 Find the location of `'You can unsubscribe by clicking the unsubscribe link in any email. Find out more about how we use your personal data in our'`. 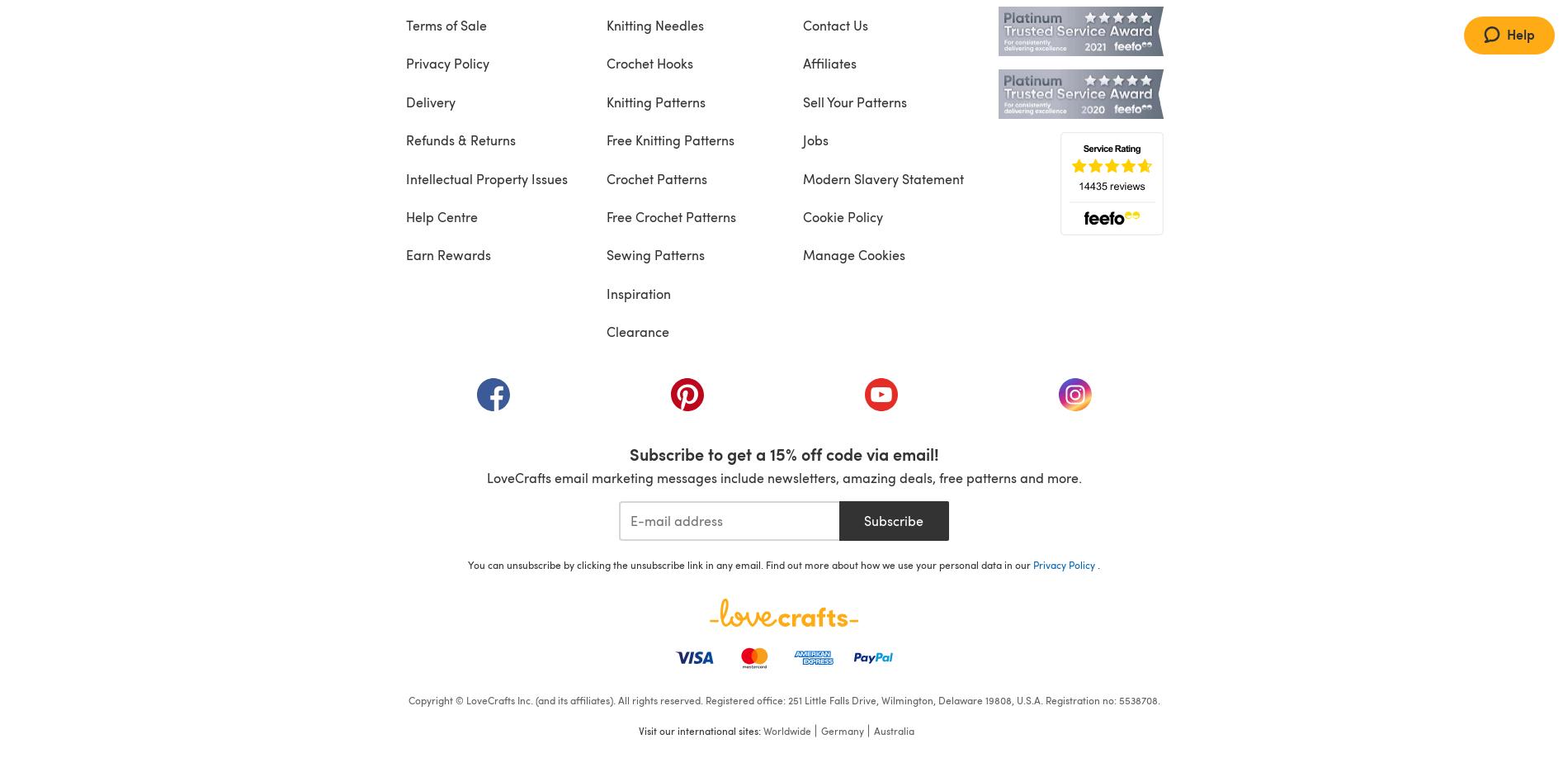

'You can unsubscribe by clicking the unsubscribe link in any email. Find out more about how we use your personal data in our' is located at coordinates (749, 563).